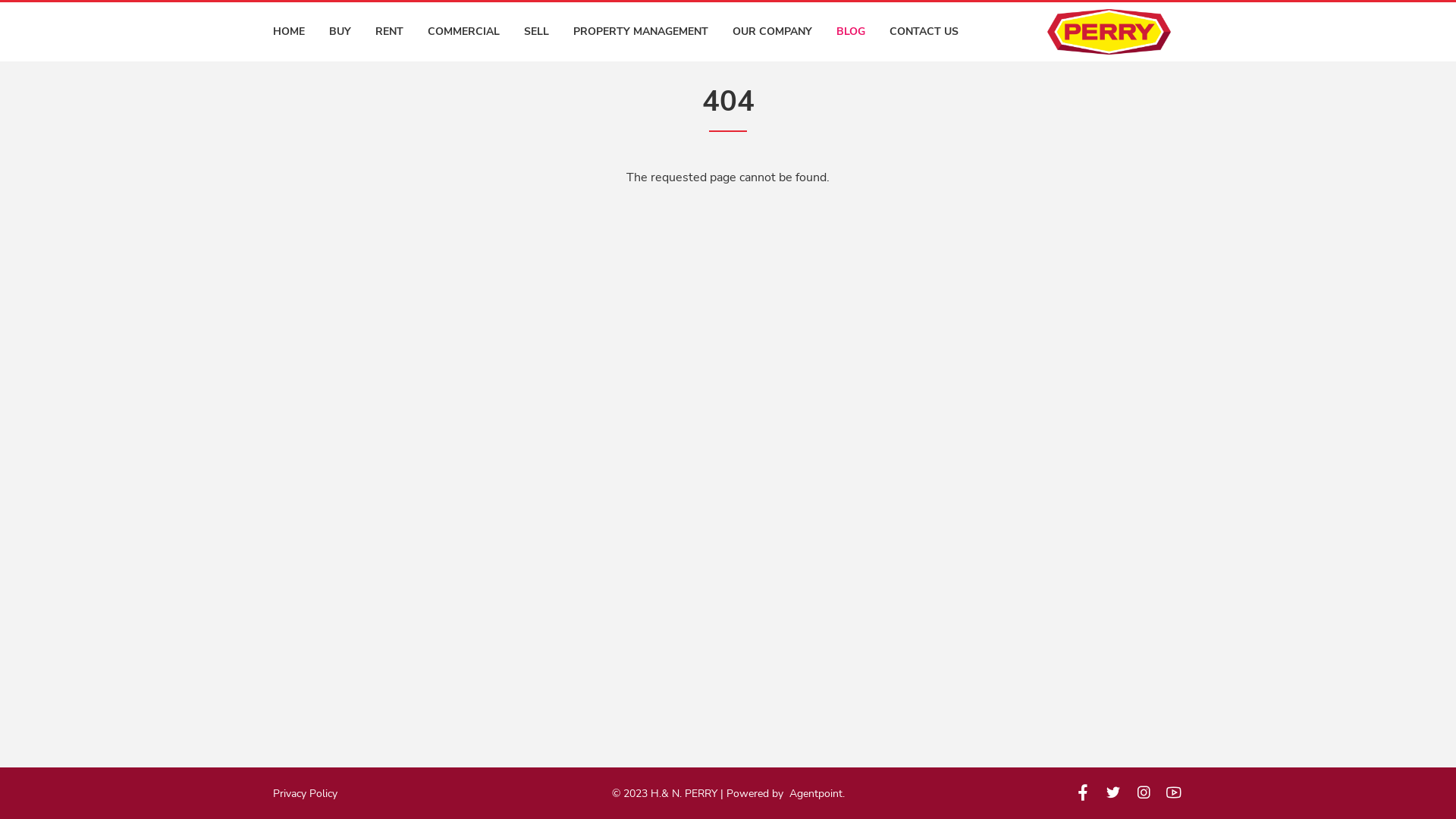 The width and height of the screenshot is (1456, 819). I want to click on 'PROPERTY MANAGEMENT', so click(640, 32).